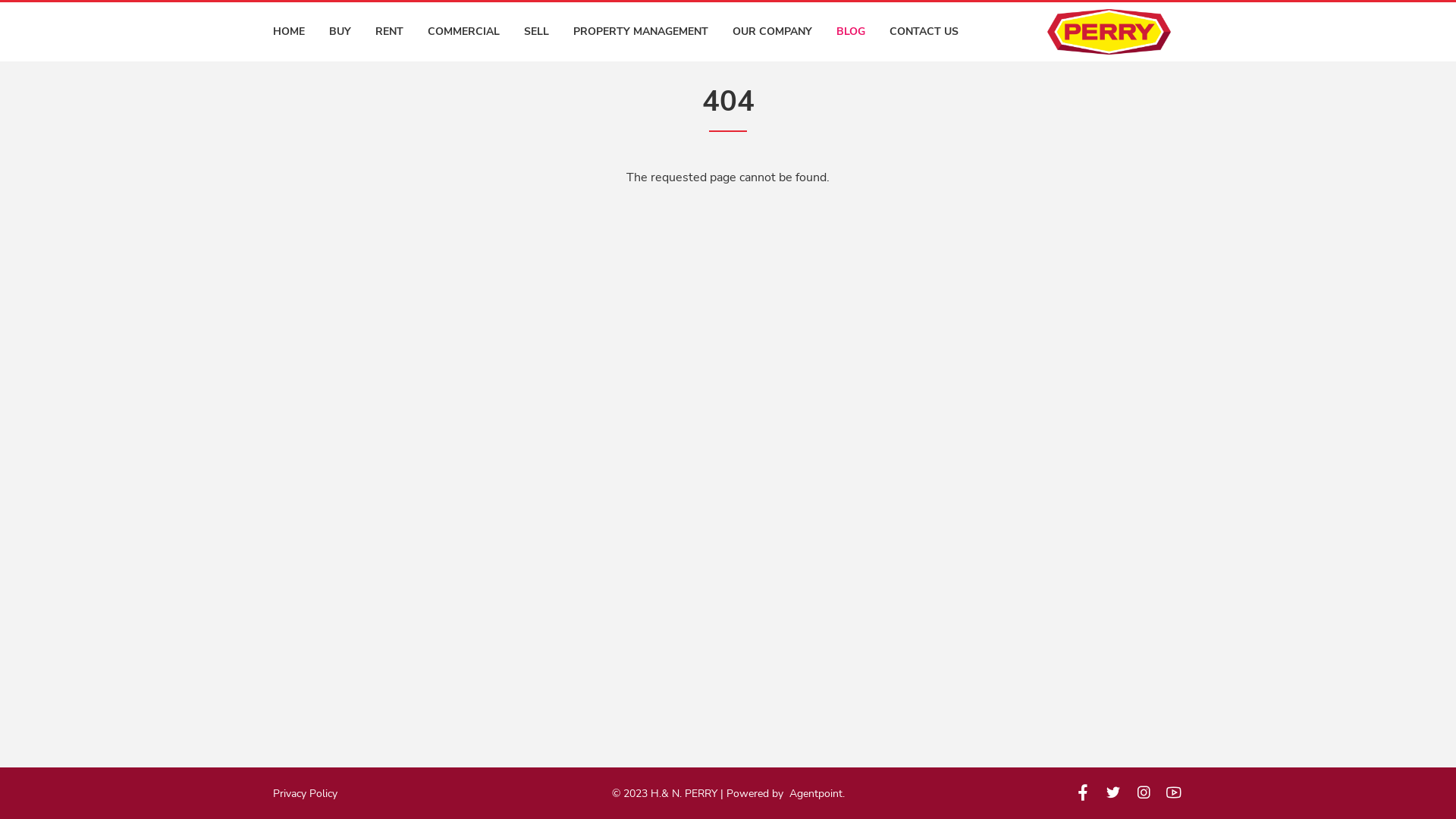 The width and height of the screenshot is (1456, 819). I want to click on 'PROPERTY MANAGEMENT', so click(640, 32).